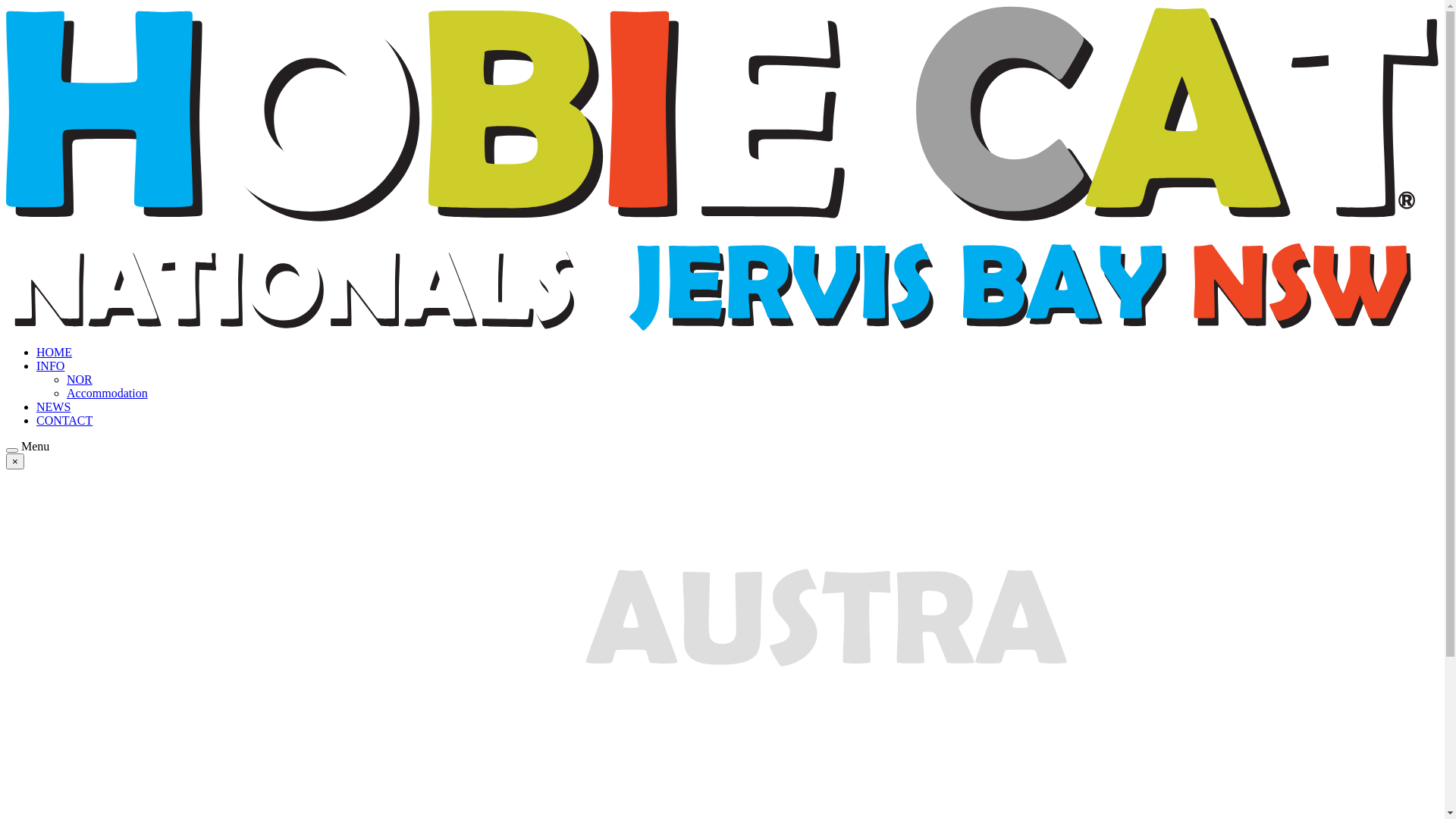 Image resolution: width=1456 pixels, height=819 pixels. What do you see at coordinates (79, 378) in the screenshot?
I see `'NOR'` at bounding box center [79, 378].